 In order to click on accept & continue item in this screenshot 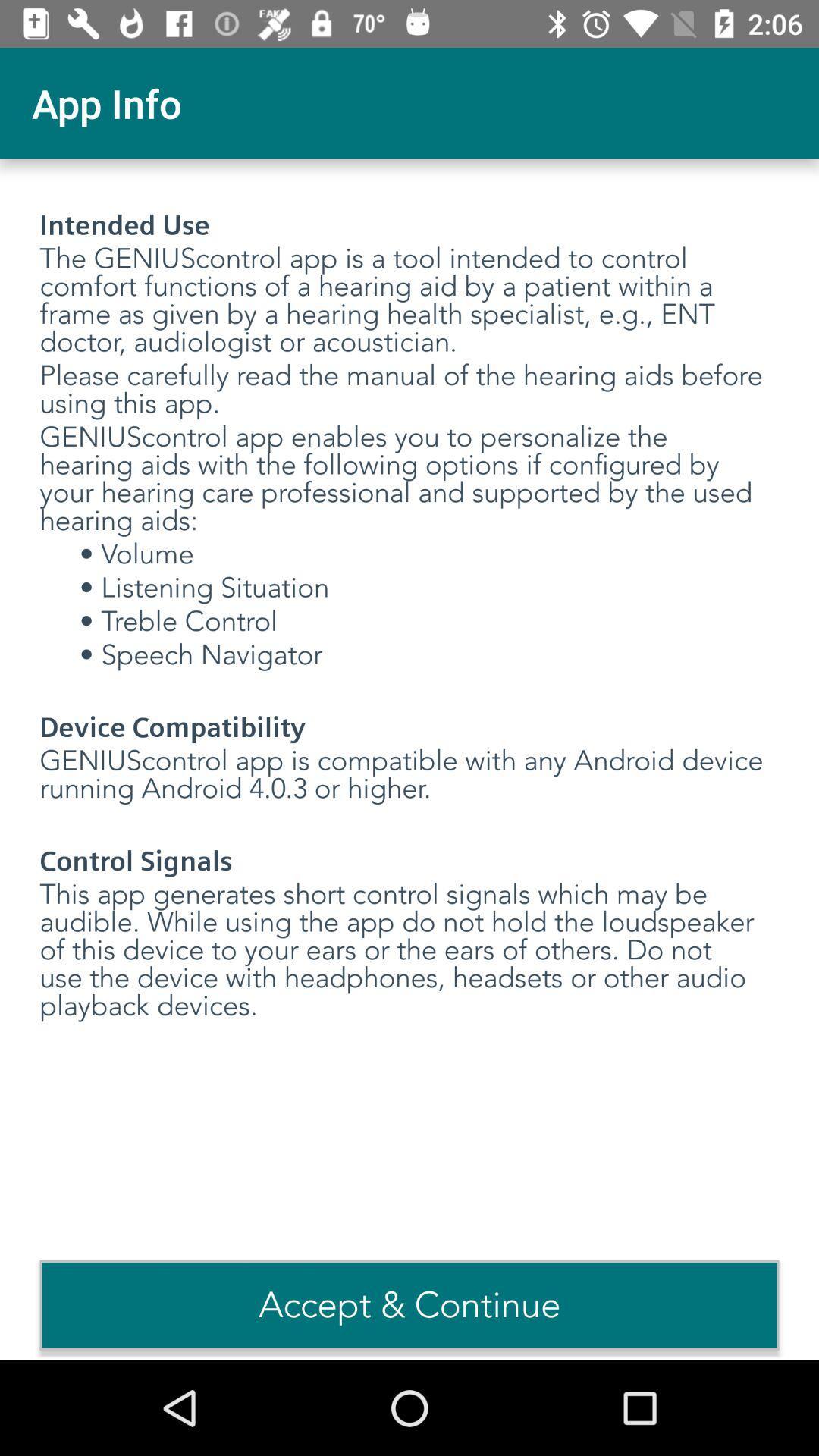, I will do `click(409, 1304)`.